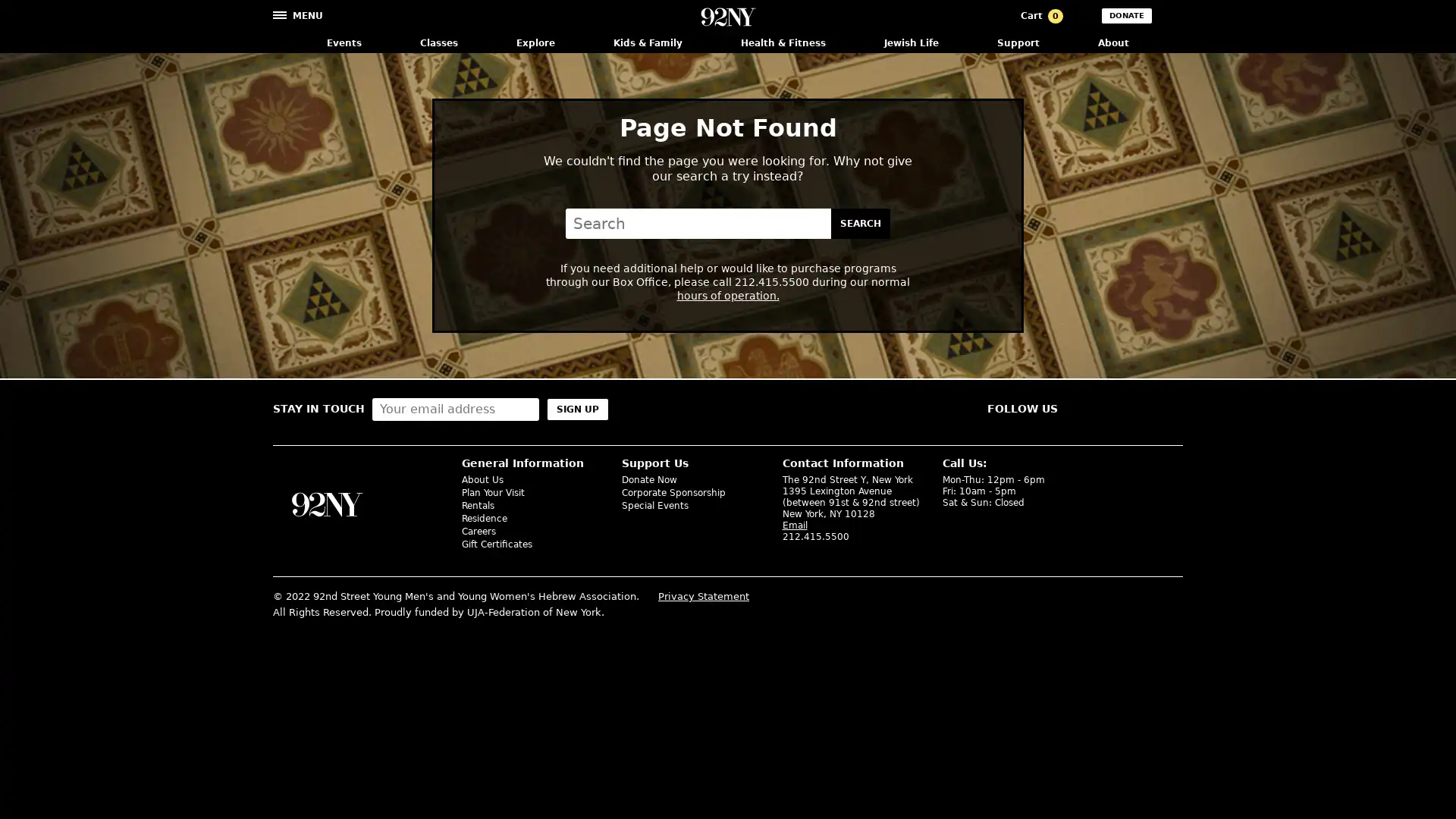 Image resolution: width=1456 pixels, height=819 pixels. What do you see at coordinates (1174, 17) in the screenshot?
I see `SEARCH` at bounding box center [1174, 17].